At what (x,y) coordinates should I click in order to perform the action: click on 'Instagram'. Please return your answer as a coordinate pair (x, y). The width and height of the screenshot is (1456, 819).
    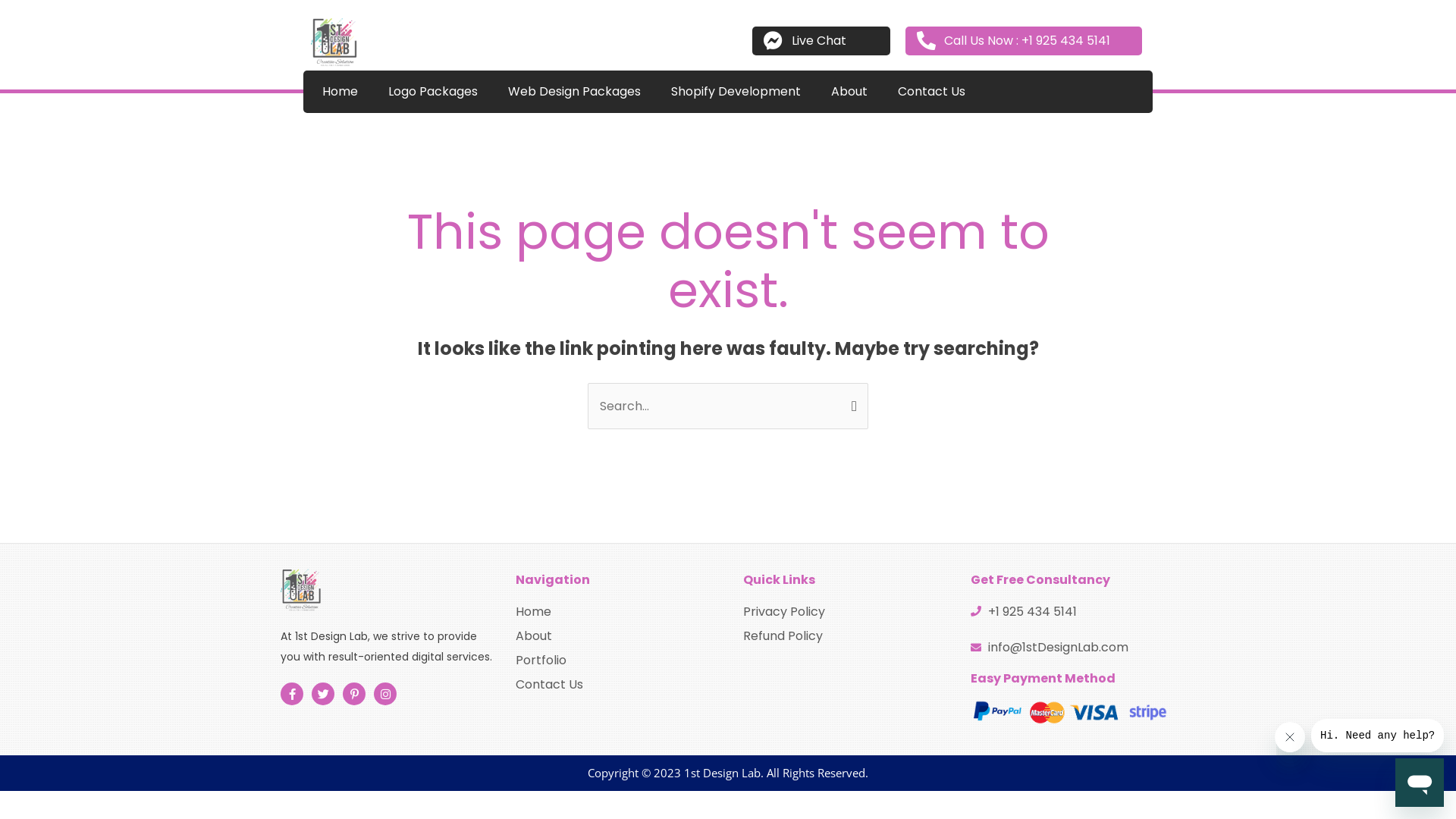
    Looking at the image, I should click on (385, 693).